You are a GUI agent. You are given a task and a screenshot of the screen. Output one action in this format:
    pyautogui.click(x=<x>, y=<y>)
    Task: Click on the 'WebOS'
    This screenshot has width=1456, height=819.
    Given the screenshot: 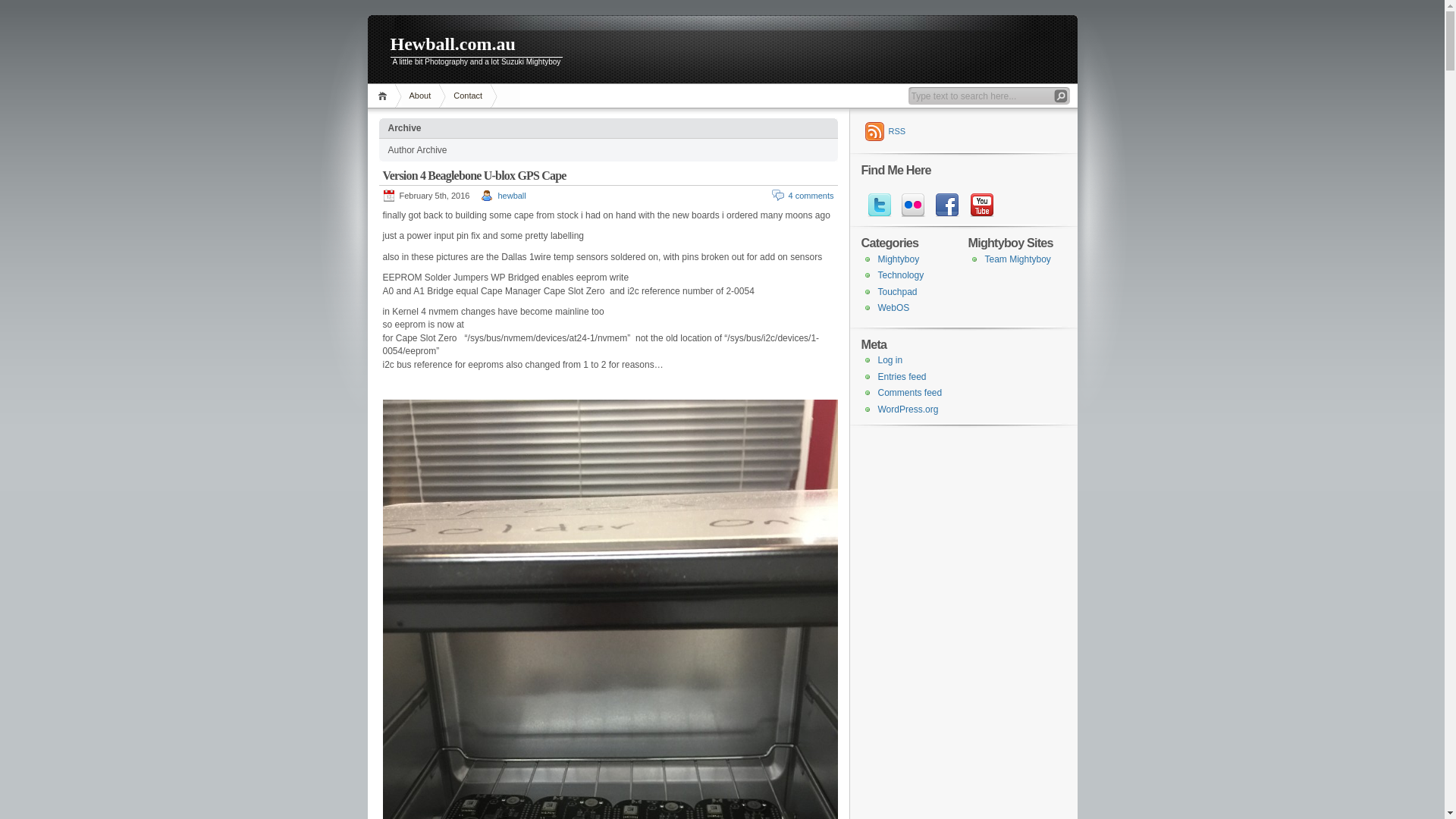 What is the action you would take?
    pyautogui.click(x=894, y=307)
    